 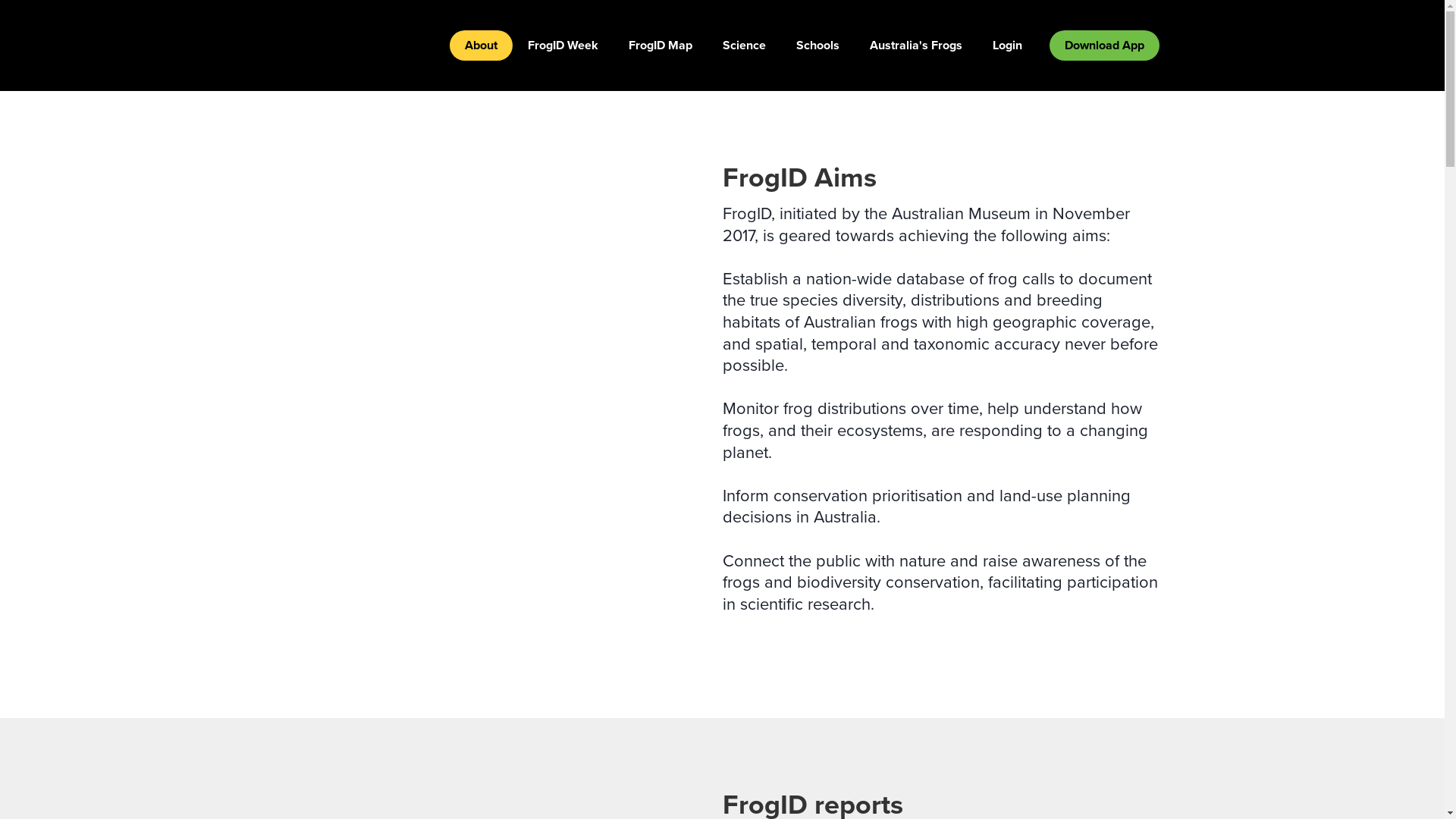 I want to click on 'Australia's Frogs', so click(x=854, y=43).